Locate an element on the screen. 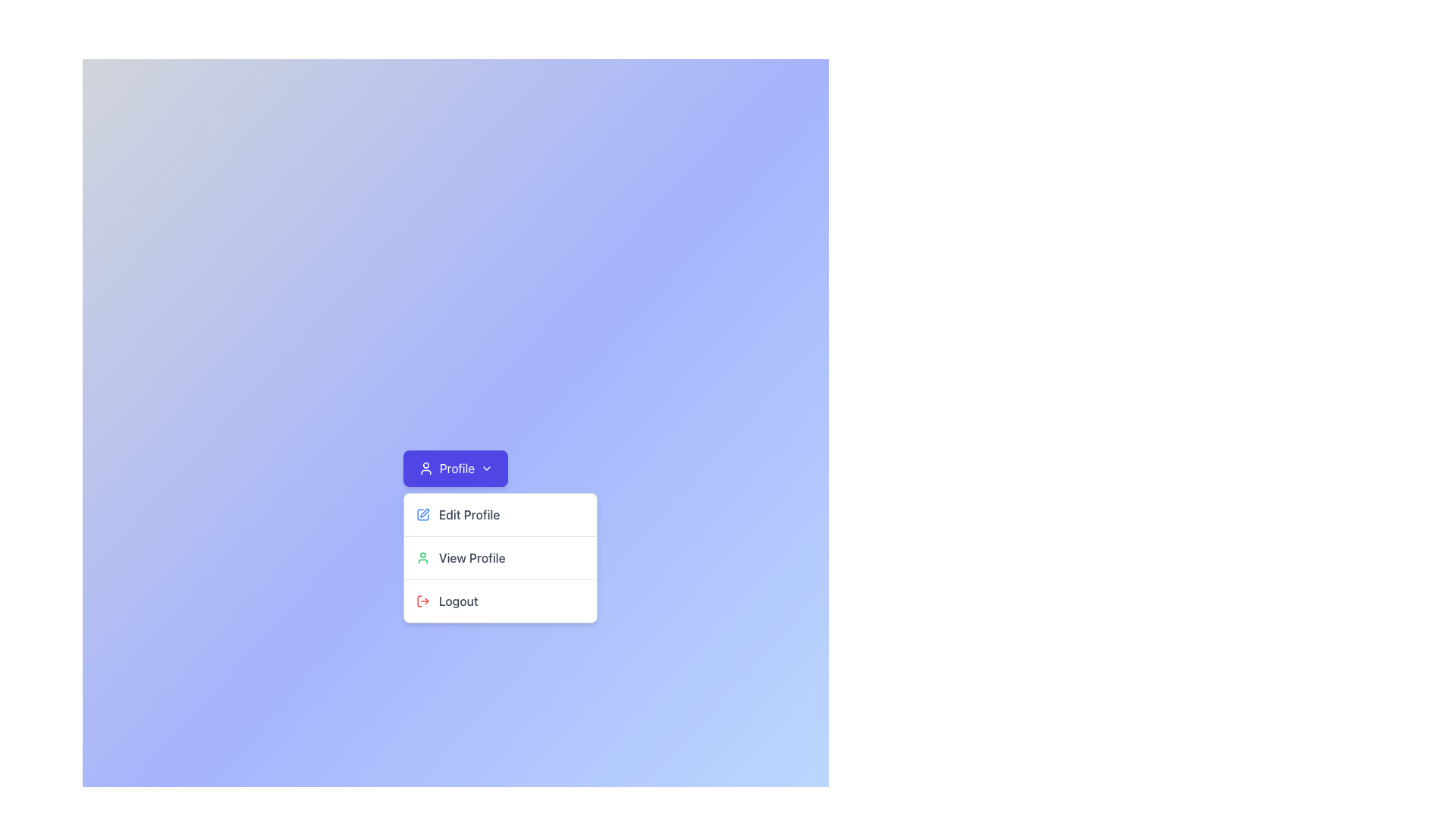 This screenshot has width=1456, height=819. the first menu item in the dropdown menu that allows the user is located at coordinates (500, 513).